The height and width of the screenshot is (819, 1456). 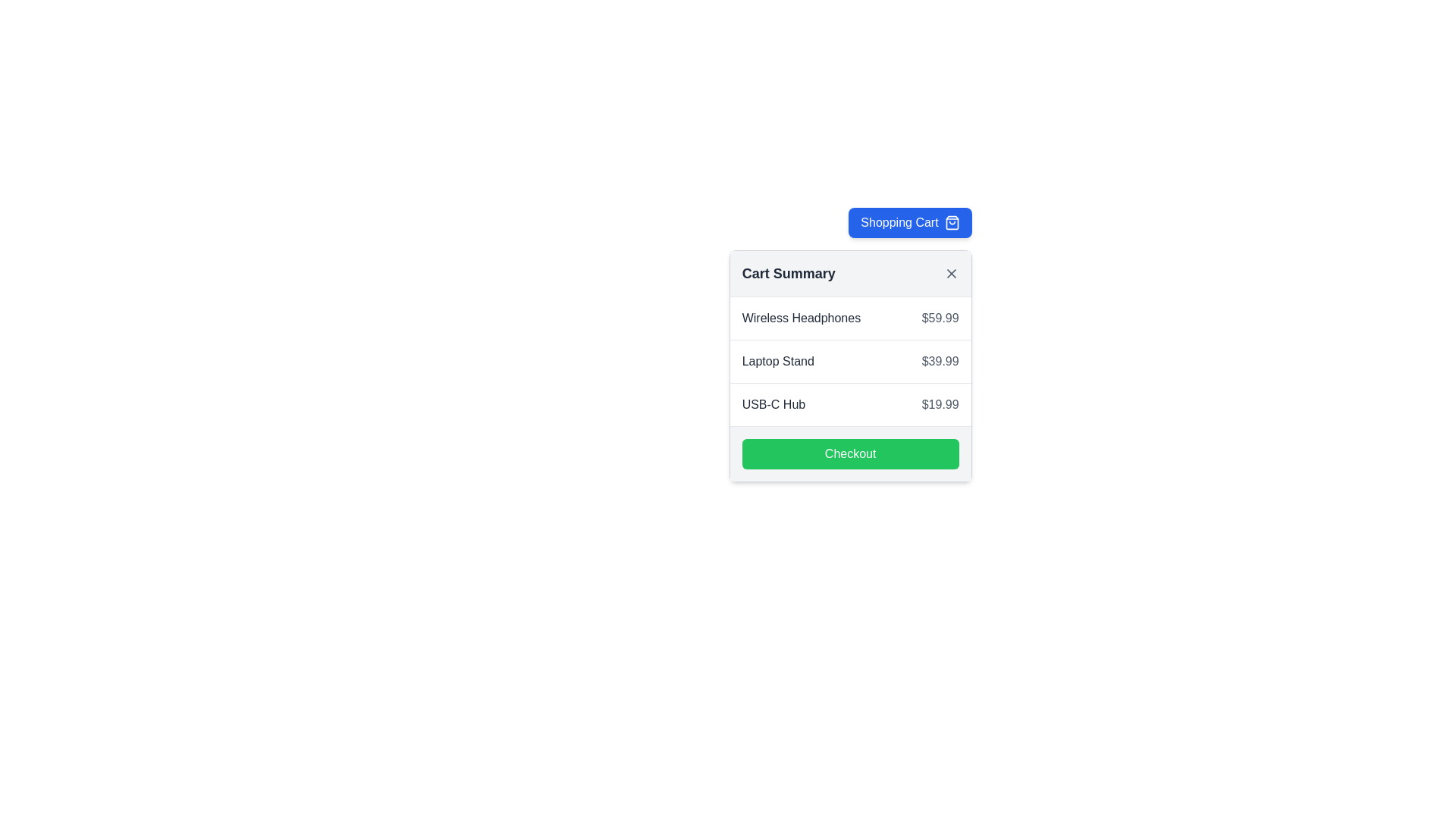 I want to click on the blue rectangular 'Shopping Cart' button with rounded corners, so click(x=910, y=222).